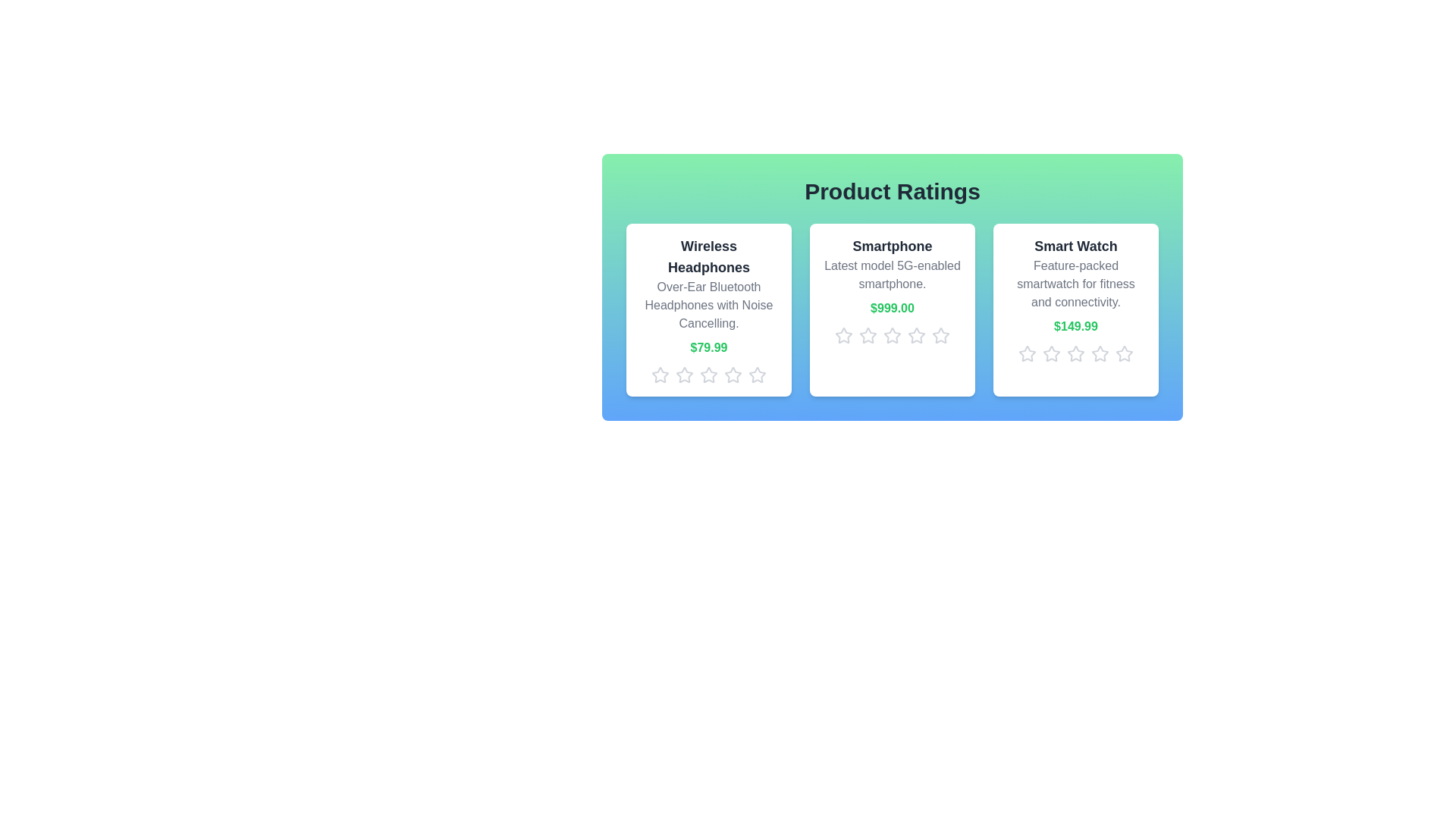  What do you see at coordinates (1051, 353) in the screenshot?
I see `the star icon corresponding to 2 stars for the product Smart Watch` at bounding box center [1051, 353].